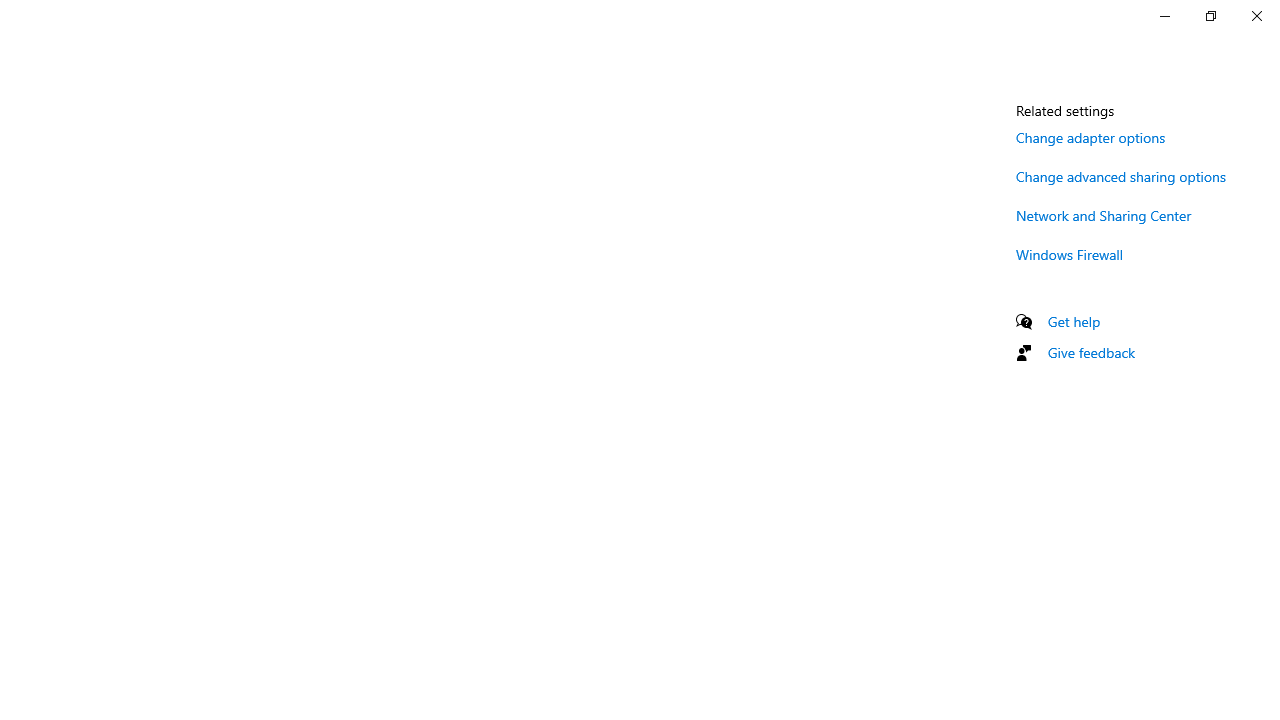 The image size is (1280, 720). I want to click on 'Network and Sharing Center', so click(1103, 215).